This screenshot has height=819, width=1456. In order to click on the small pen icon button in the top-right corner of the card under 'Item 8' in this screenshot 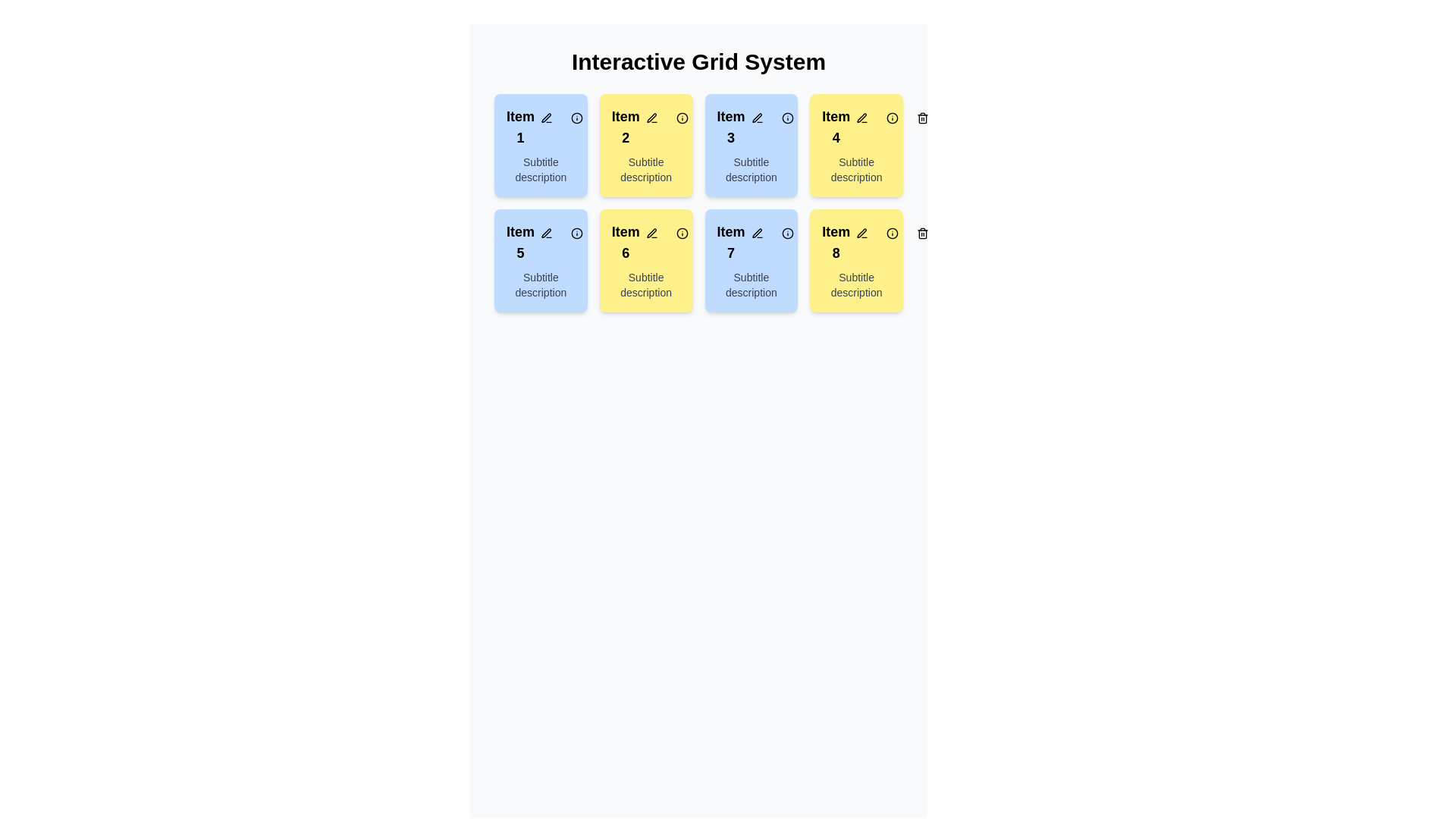, I will do `click(862, 234)`.